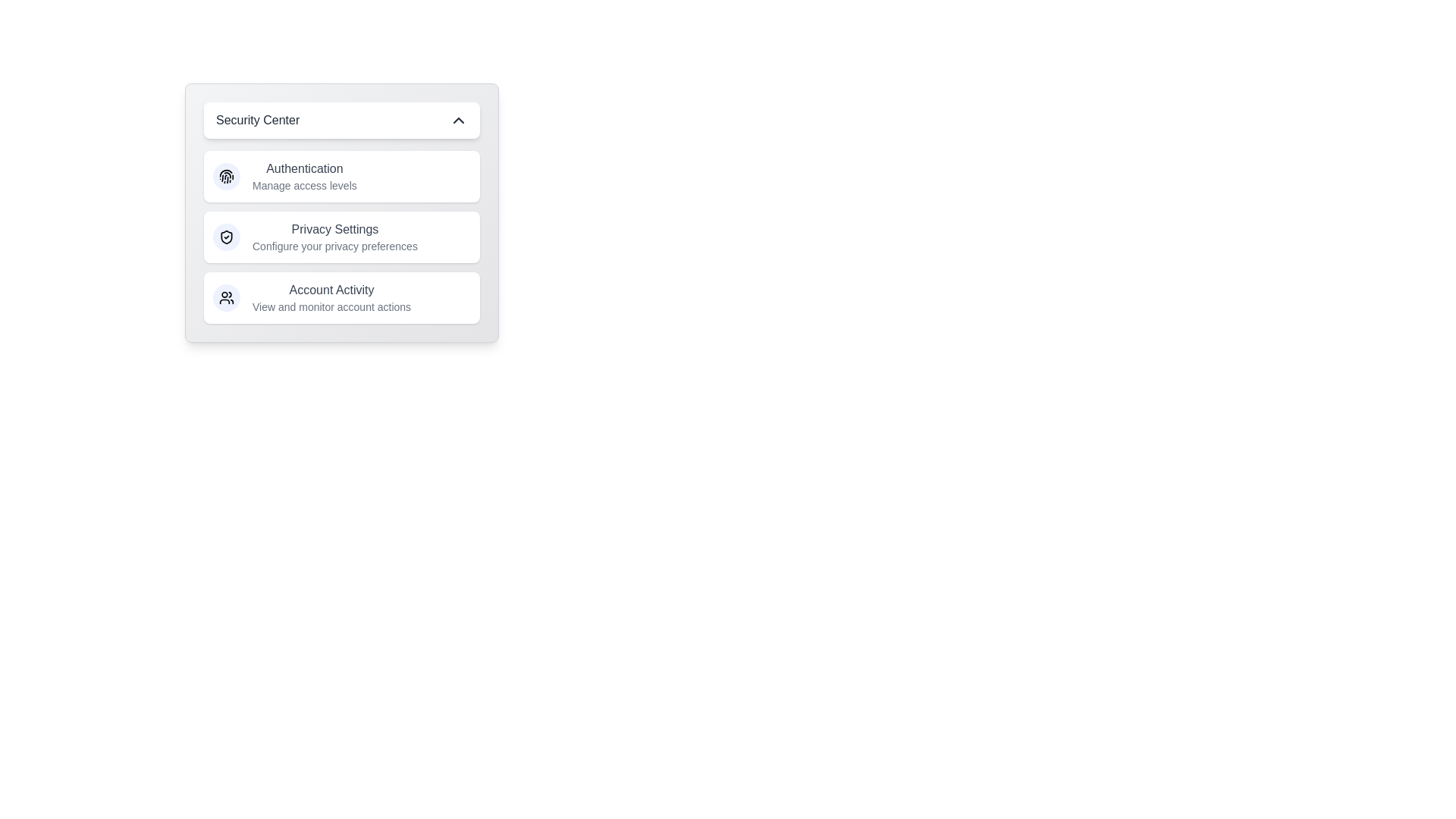 The image size is (1456, 819). I want to click on the menu item corresponding to Account Activity, so click(341, 298).